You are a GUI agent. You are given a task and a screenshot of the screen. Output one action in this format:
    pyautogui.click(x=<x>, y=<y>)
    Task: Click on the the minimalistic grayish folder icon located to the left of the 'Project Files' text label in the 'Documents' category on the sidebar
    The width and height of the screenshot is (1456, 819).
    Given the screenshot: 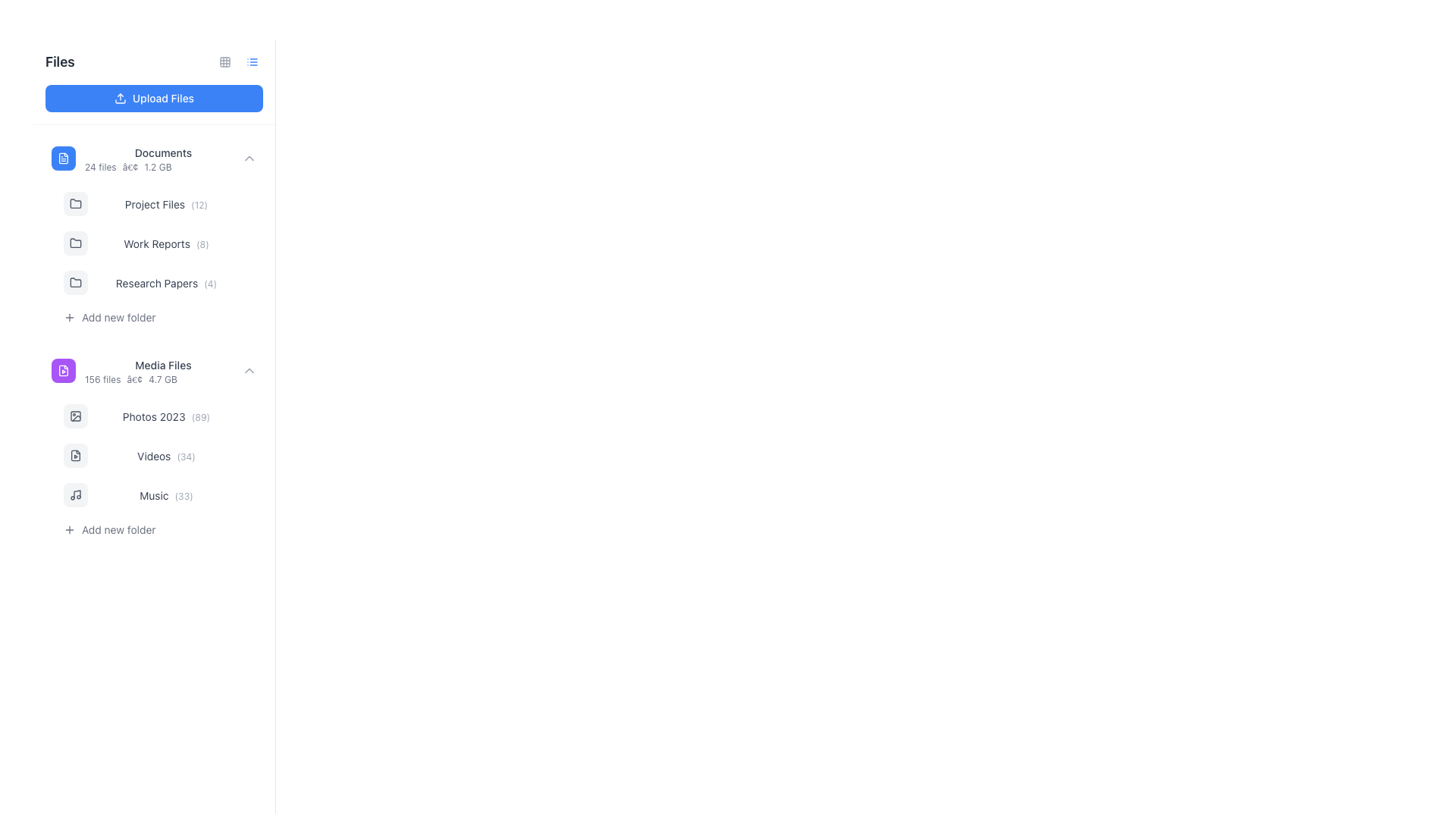 What is the action you would take?
    pyautogui.click(x=75, y=203)
    